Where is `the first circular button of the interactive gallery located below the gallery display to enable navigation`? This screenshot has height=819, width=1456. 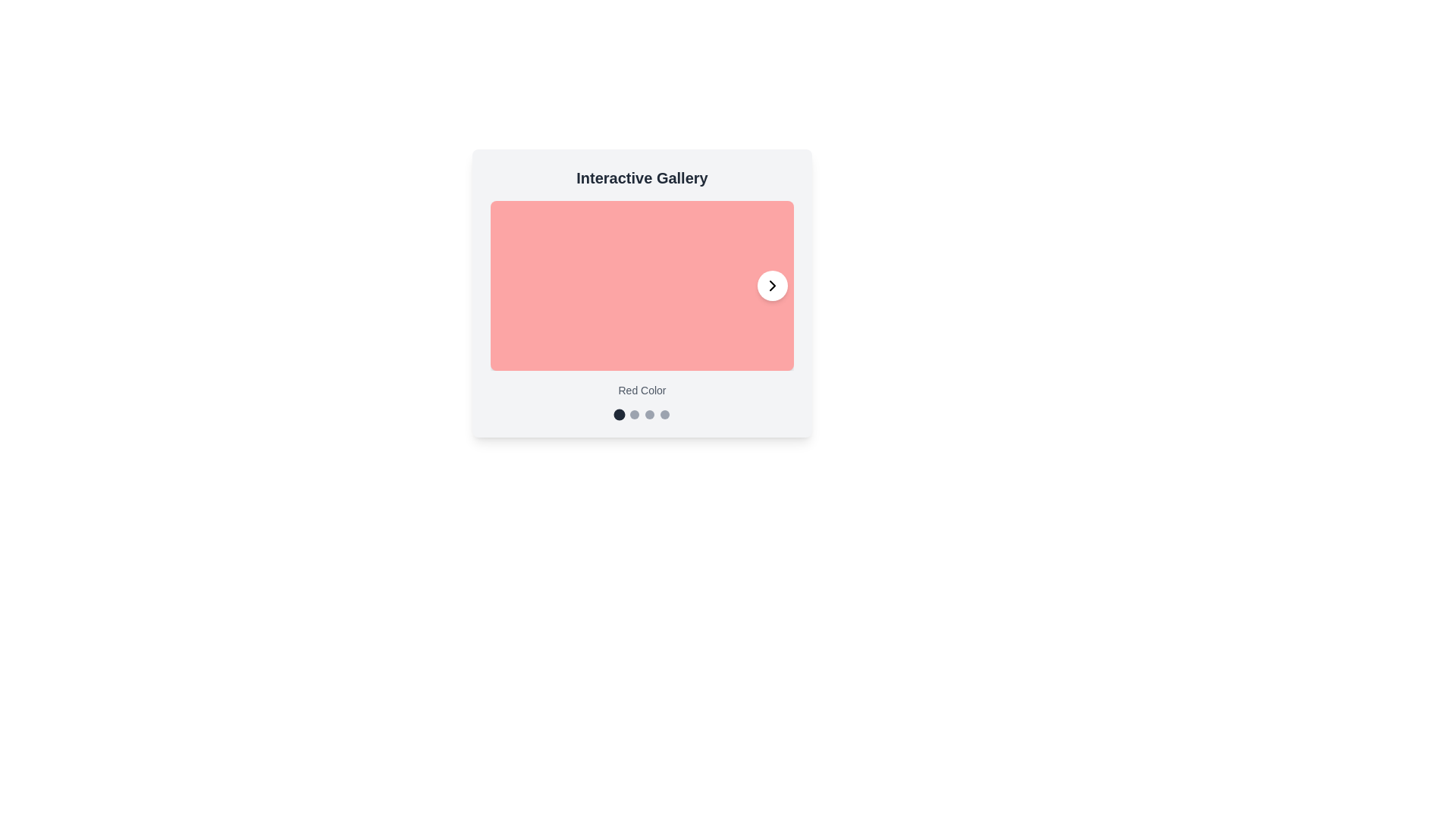
the first circular button of the interactive gallery located below the gallery display to enable navigation is located at coordinates (619, 415).